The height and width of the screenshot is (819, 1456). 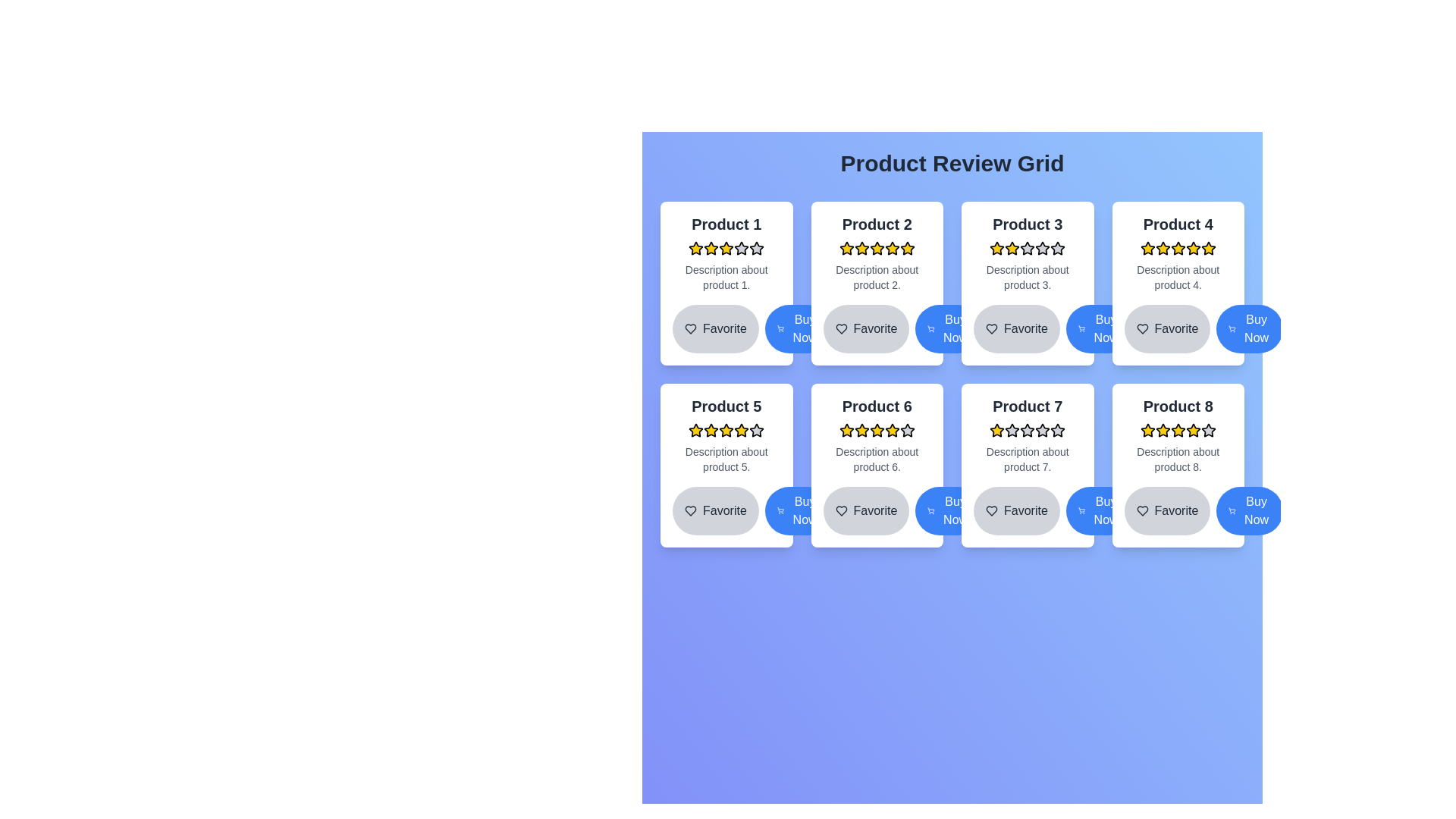 What do you see at coordinates (907, 430) in the screenshot?
I see `the Rating Icon (Star) element, which is styled with a gray fill and thin black border, located under 'Product 6' in the second row, third column of the product review grid` at bounding box center [907, 430].